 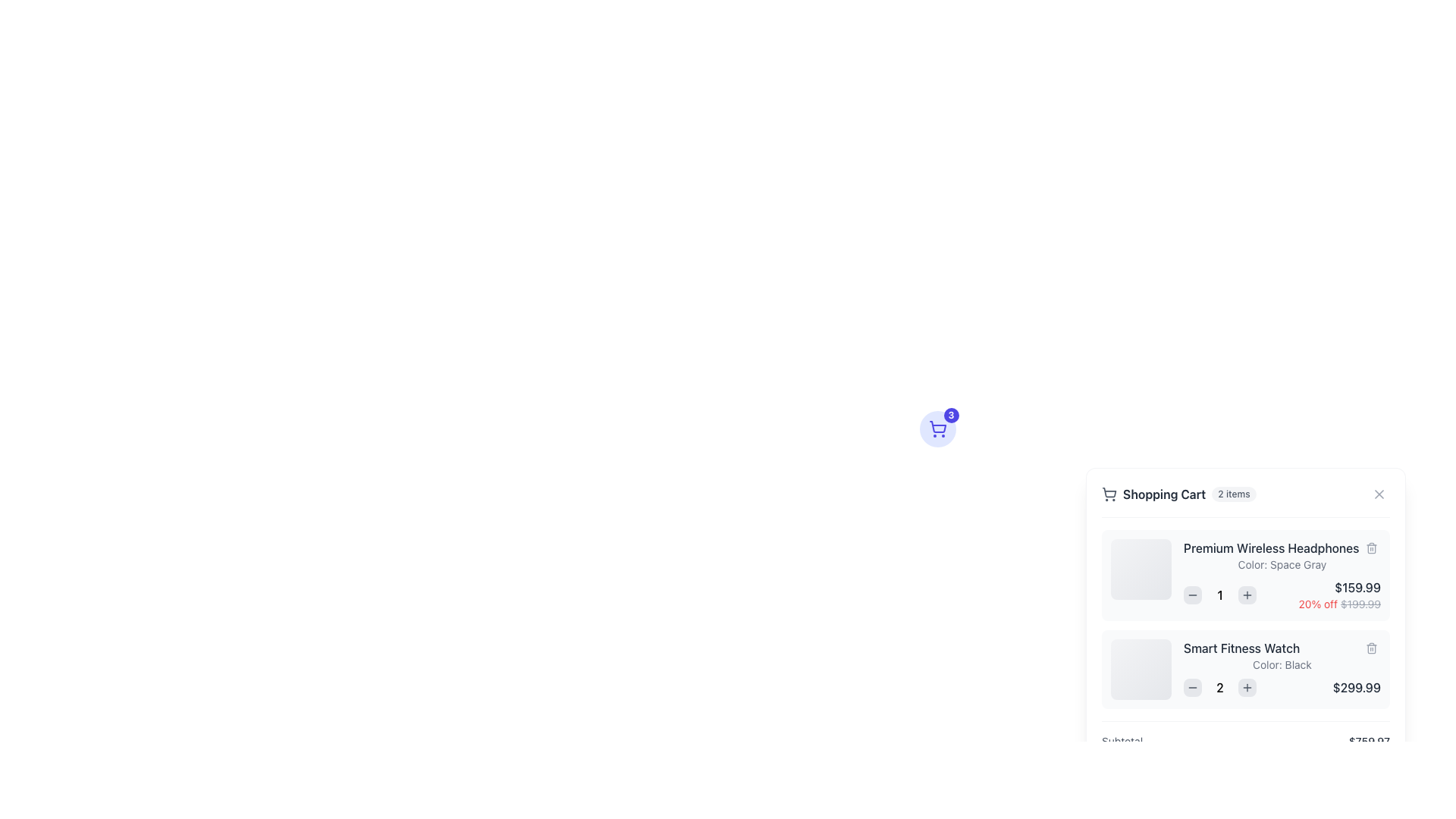 What do you see at coordinates (1241, 648) in the screenshot?
I see `the text label displaying 'Smart Fitness Watch' in the shopping cart interface, which is centered under the second listed item` at bounding box center [1241, 648].